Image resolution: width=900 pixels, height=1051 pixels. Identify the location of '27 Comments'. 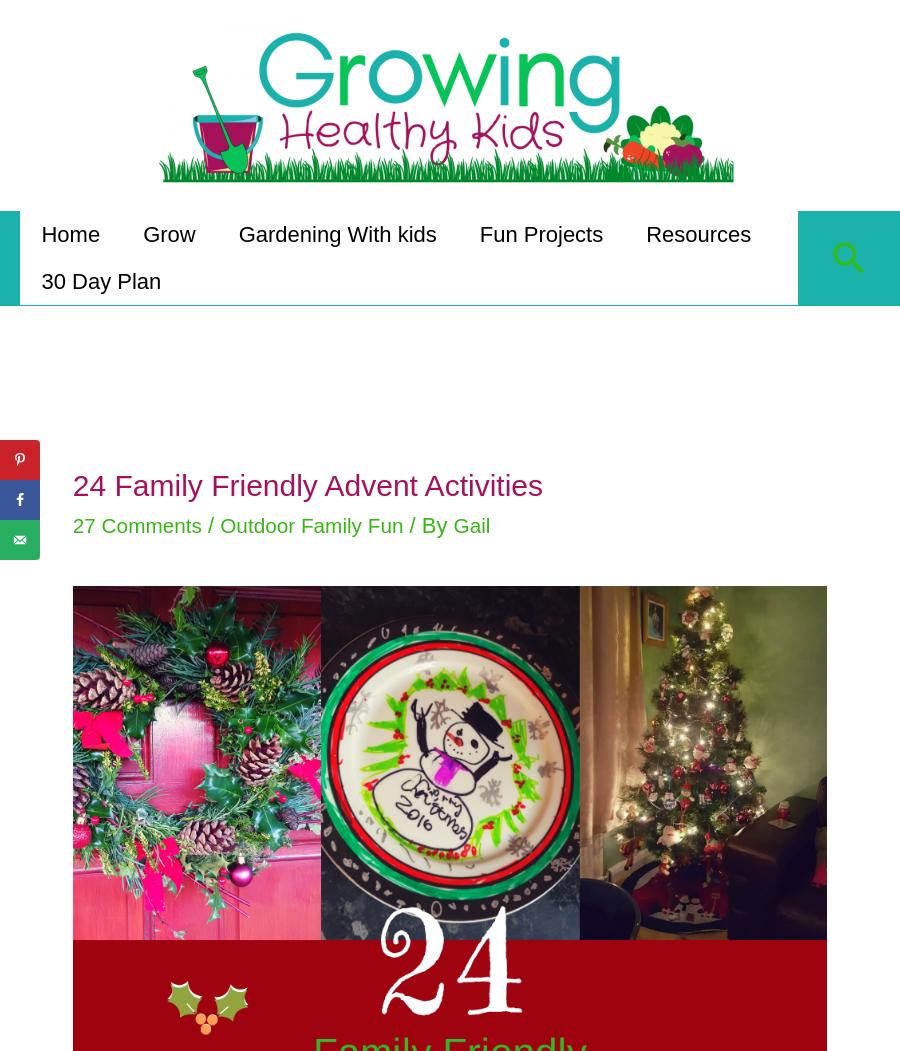
(140, 512).